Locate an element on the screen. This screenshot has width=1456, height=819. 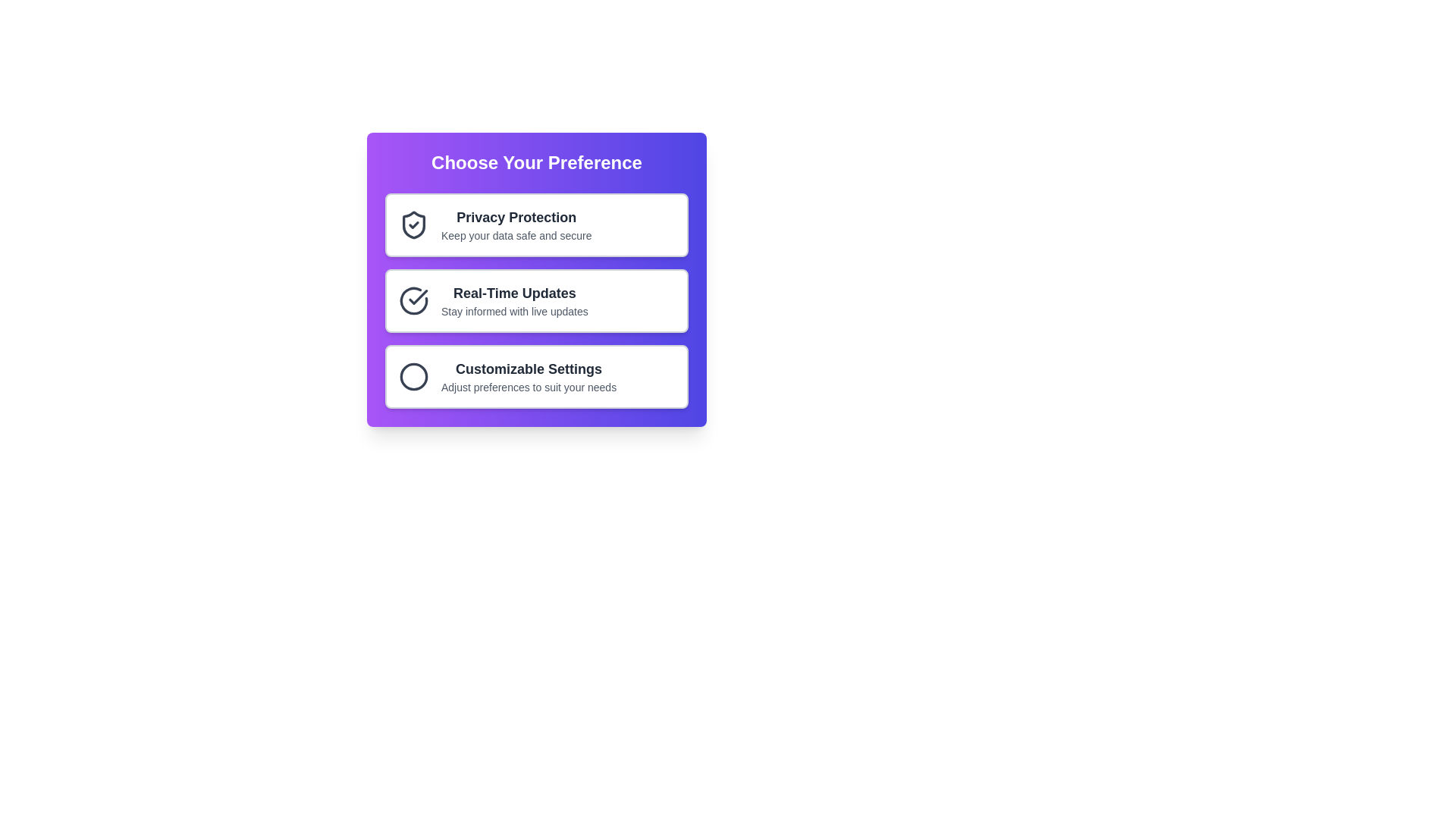
the descriptive text block titled 'Customizable Settings' that includes the subtitle 'Adjust preferences to suit your needs', located in the bottom section of the vertical list within the card labeled 'Choose Your Preference' is located at coordinates (529, 376).